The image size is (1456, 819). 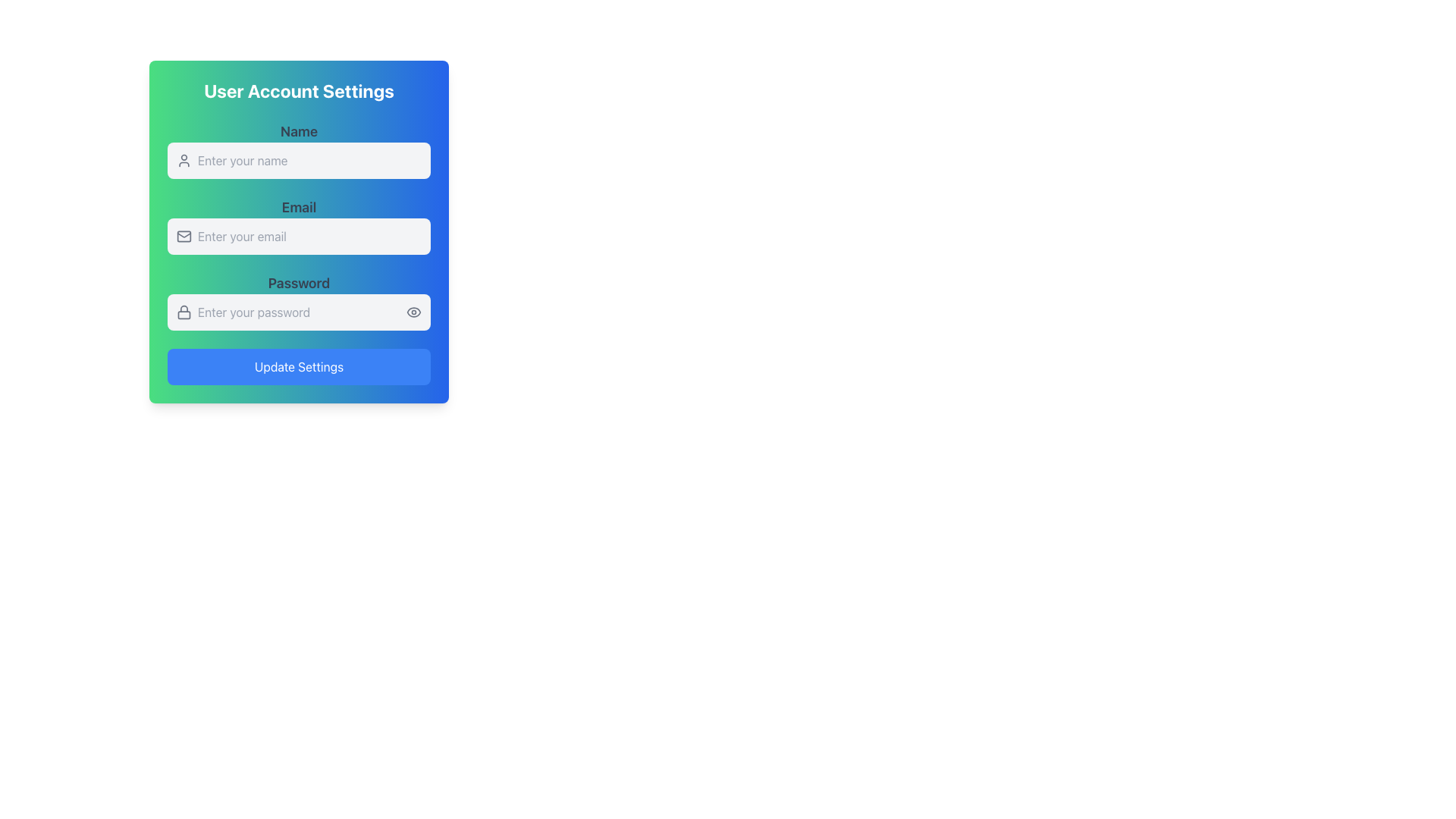 What do you see at coordinates (299, 149) in the screenshot?
I see `the 'Name' input field, which is the first field under the 'User Account Settings' title, featuring a placeholder 'Enter your name' and a user icon on the left` at bounding box center [299, 149].